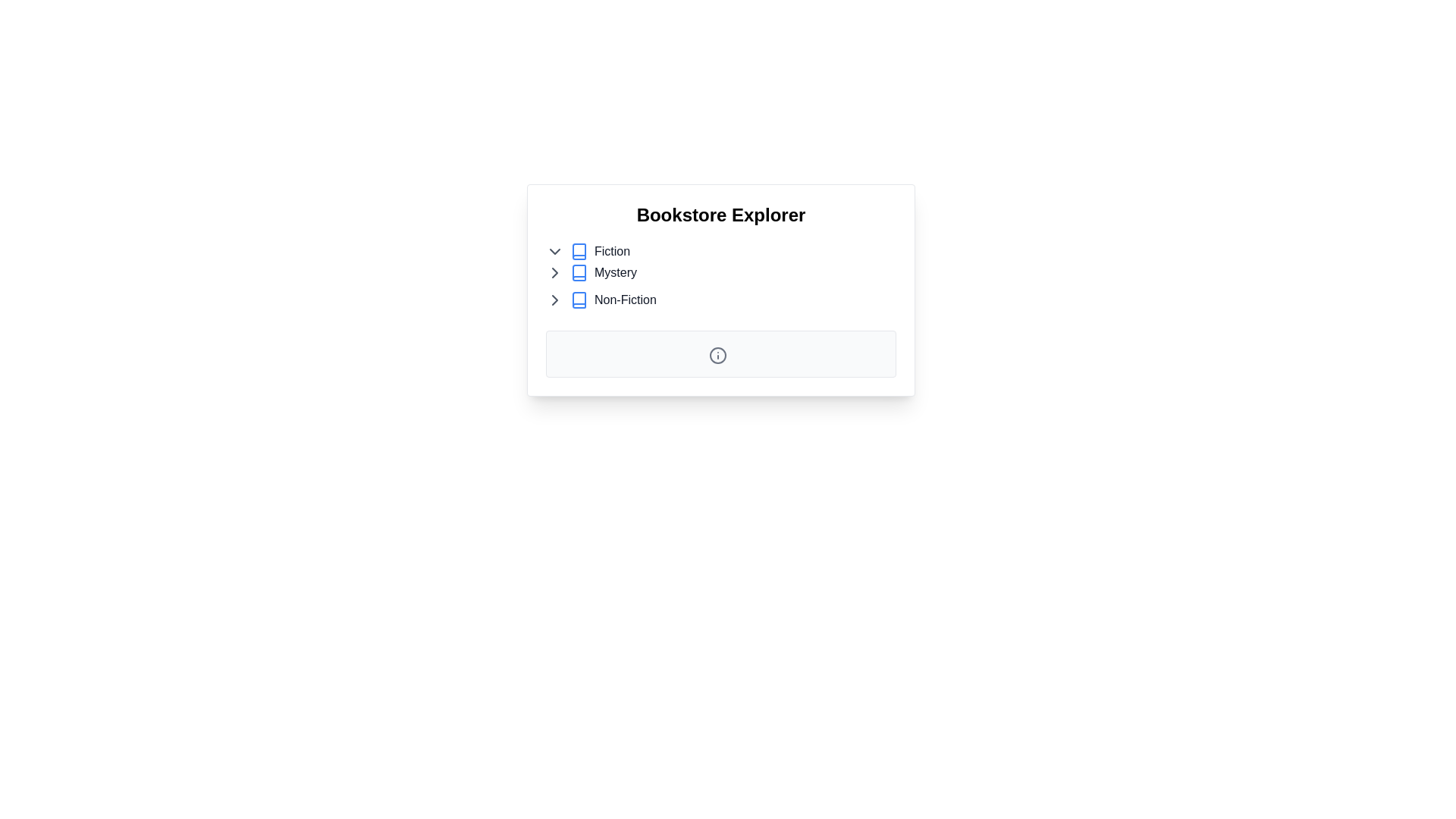  I want to click on the 'Mystery' text label, which is displayed in dark gray with medium font weight, so click(615, 271).